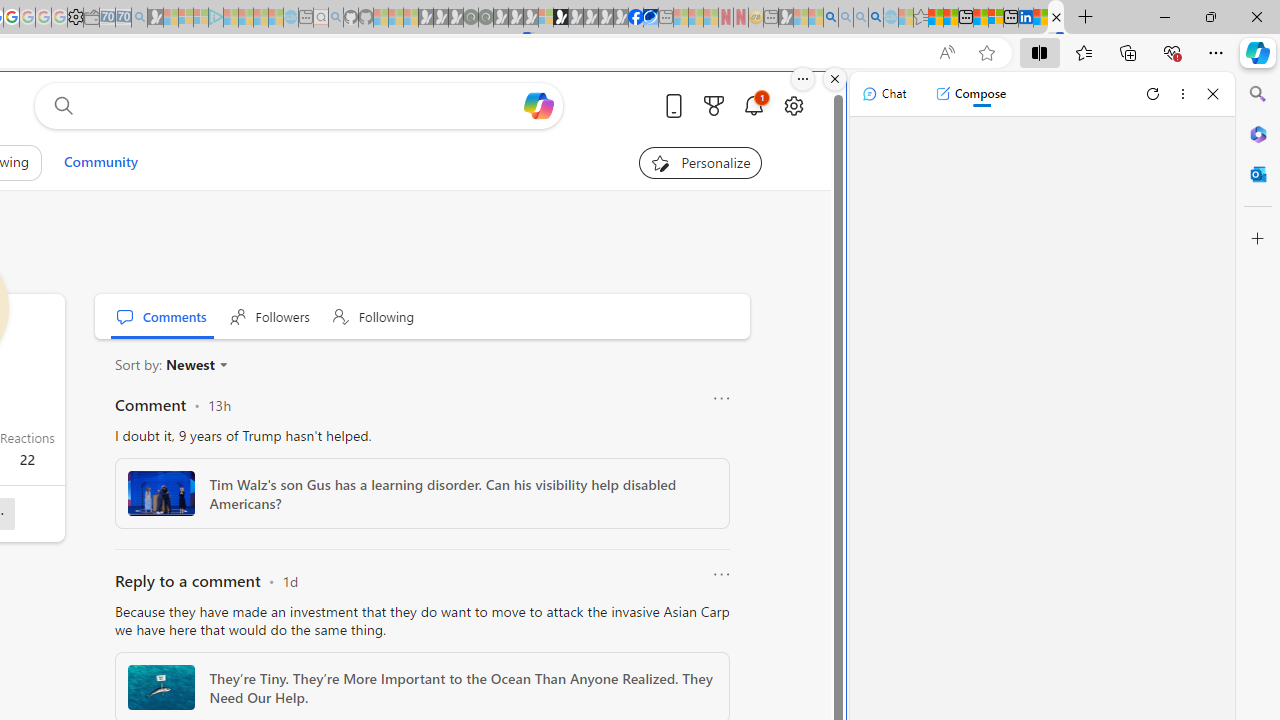 The width and height of the screenshot is (1280, 720). What do you see at coordinates (650, 17) in the screenshot?
I see `'AQI & Health | AirNow.gov'` at bounding box center [650, 17].